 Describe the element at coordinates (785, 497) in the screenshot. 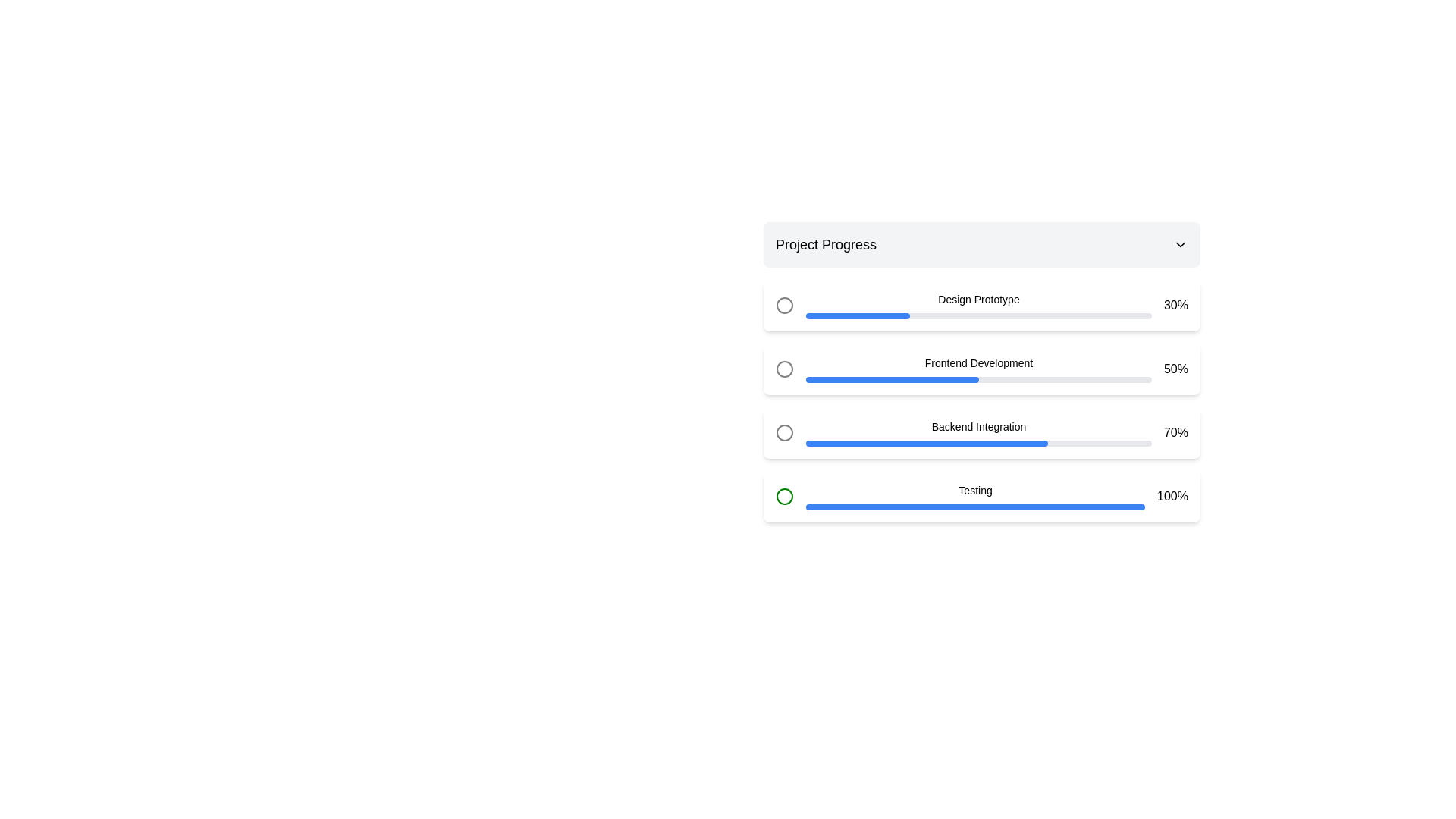

I see `the SVG Circle Element with a green stroke that represents the Testing section in the progress tracker, located at the center of the last item in the vertical list of project stages` at that location.